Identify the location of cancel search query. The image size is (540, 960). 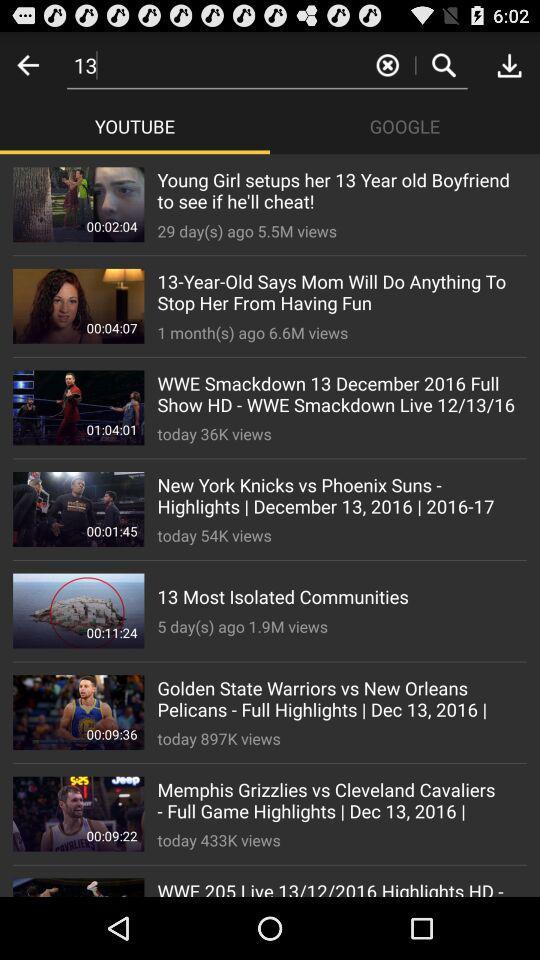
(387, 64).